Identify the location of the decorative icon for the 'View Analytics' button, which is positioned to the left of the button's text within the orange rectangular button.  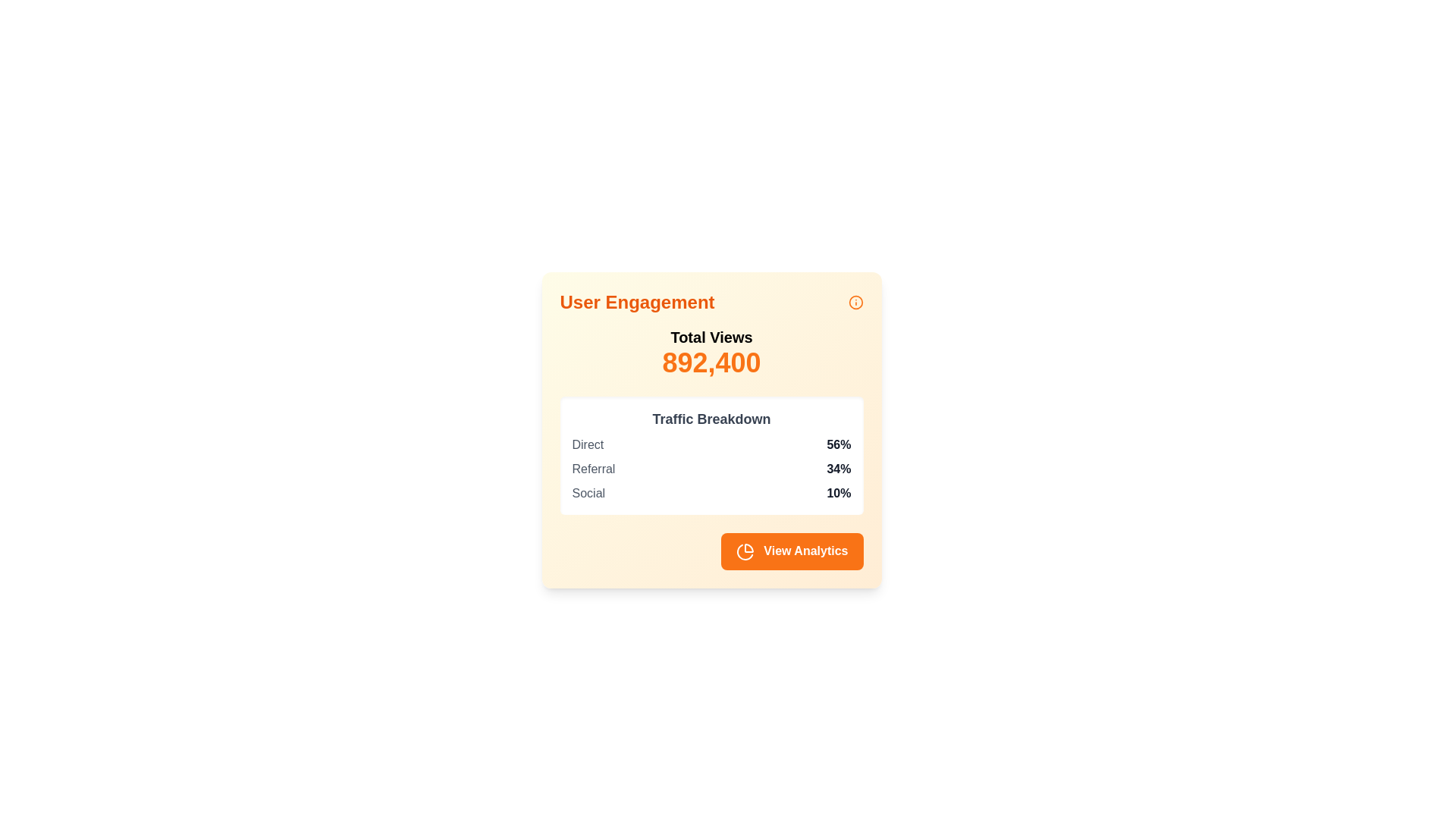
(745, 551).